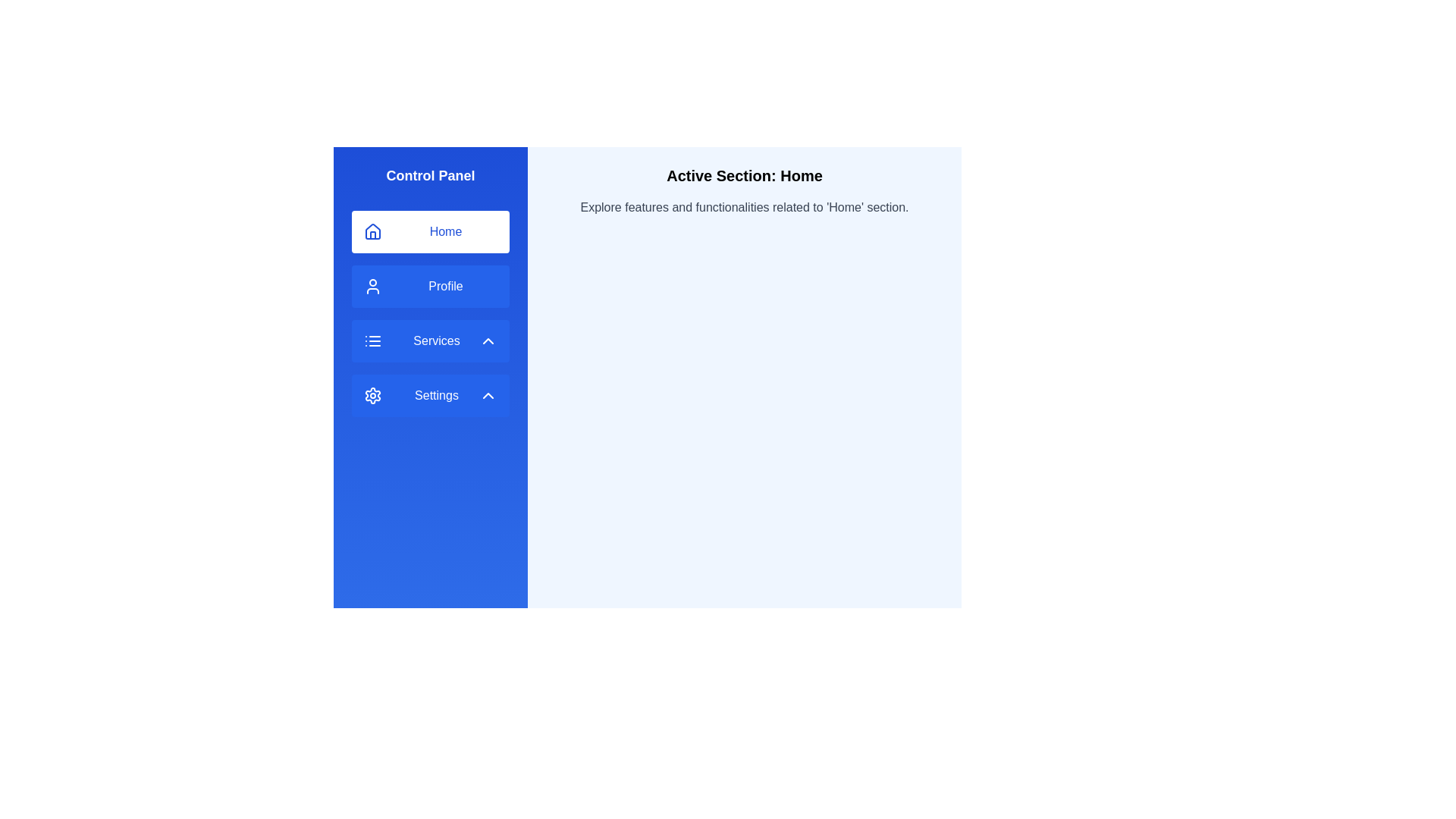 This screenshot has width=1456, height=819. Describe the element at coordinates (372, 231) in the screenshot. I see `the 'Home' icon located on the left-hand sidebar` at that location.